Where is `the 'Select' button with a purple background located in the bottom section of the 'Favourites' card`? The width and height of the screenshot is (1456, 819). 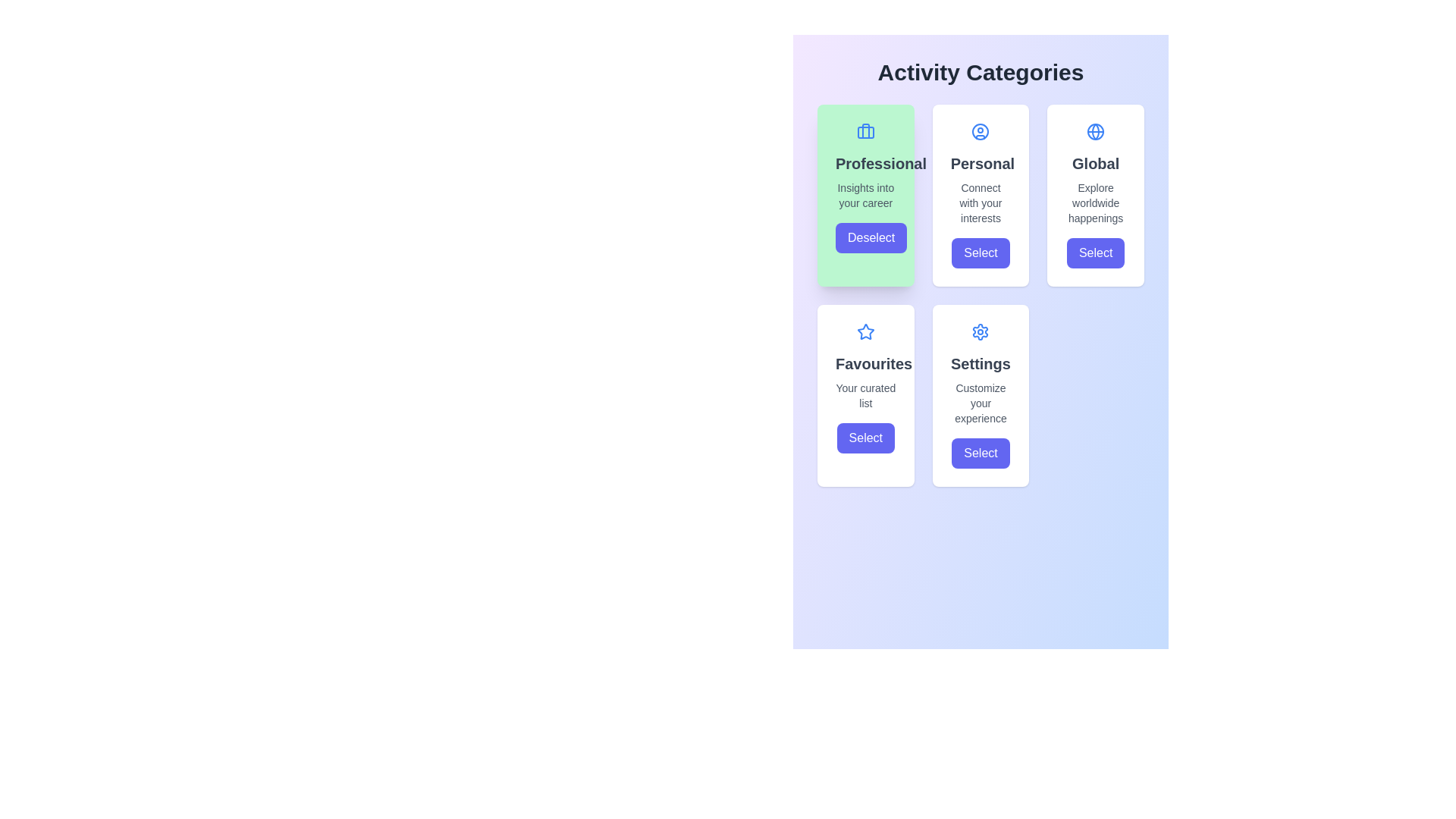
the 'Select' button with a purple background located in the bottom section of the 'Favourites' card is located at coordinates (865, 438).